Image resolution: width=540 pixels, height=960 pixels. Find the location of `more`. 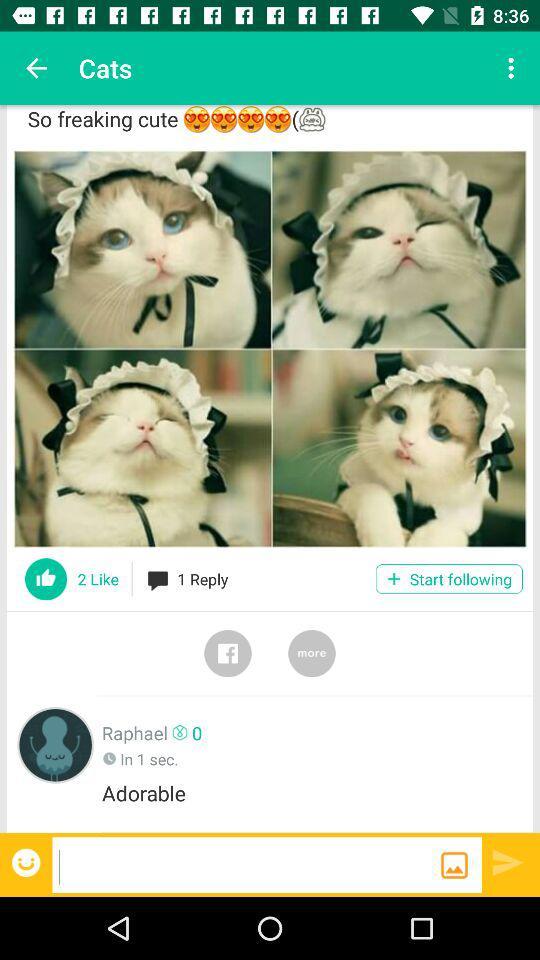

more is located at coordinates (312, 652).